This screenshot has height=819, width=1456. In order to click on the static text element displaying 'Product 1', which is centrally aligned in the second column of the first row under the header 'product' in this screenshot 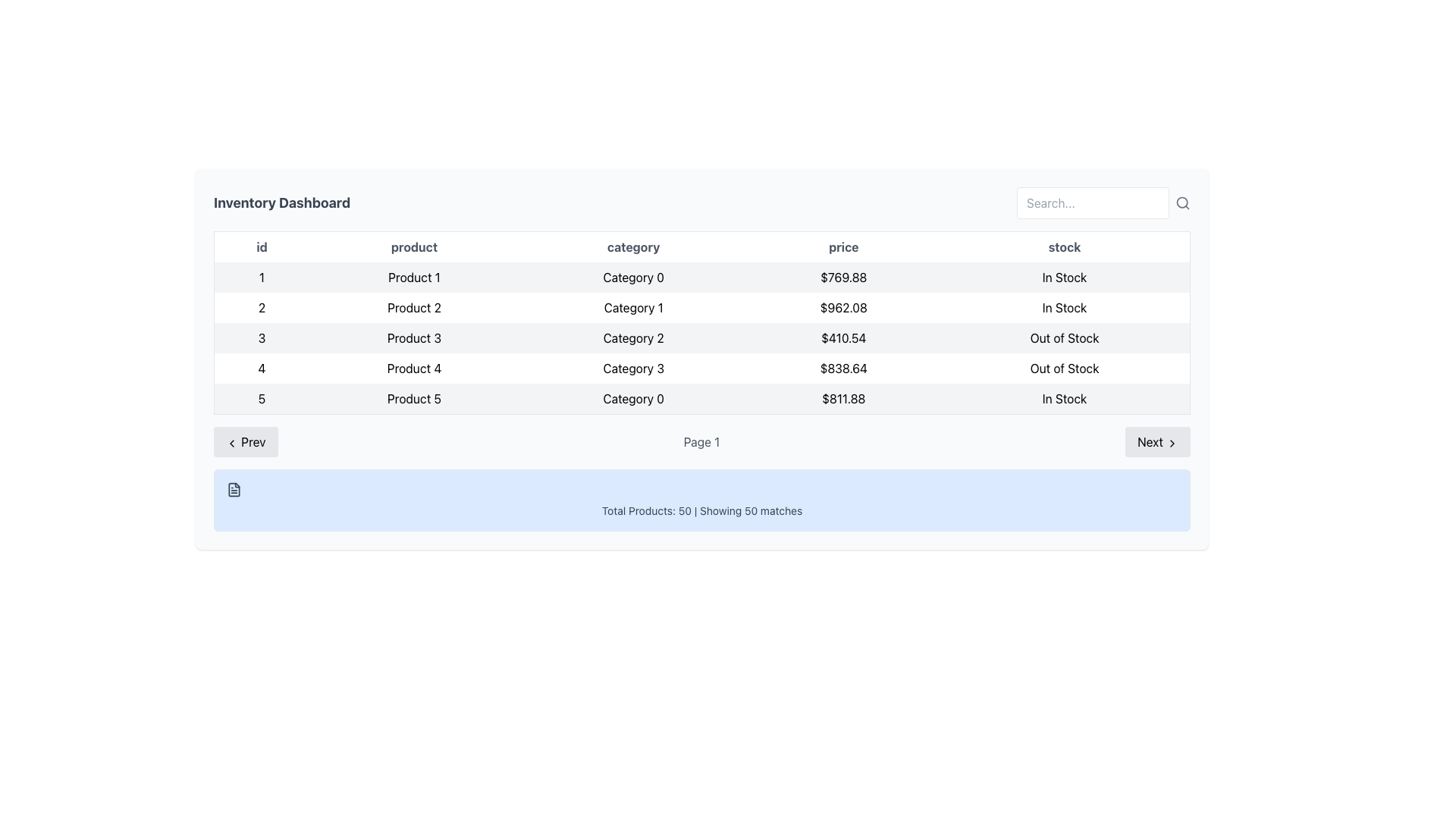, I will do `click(414, 278)`.